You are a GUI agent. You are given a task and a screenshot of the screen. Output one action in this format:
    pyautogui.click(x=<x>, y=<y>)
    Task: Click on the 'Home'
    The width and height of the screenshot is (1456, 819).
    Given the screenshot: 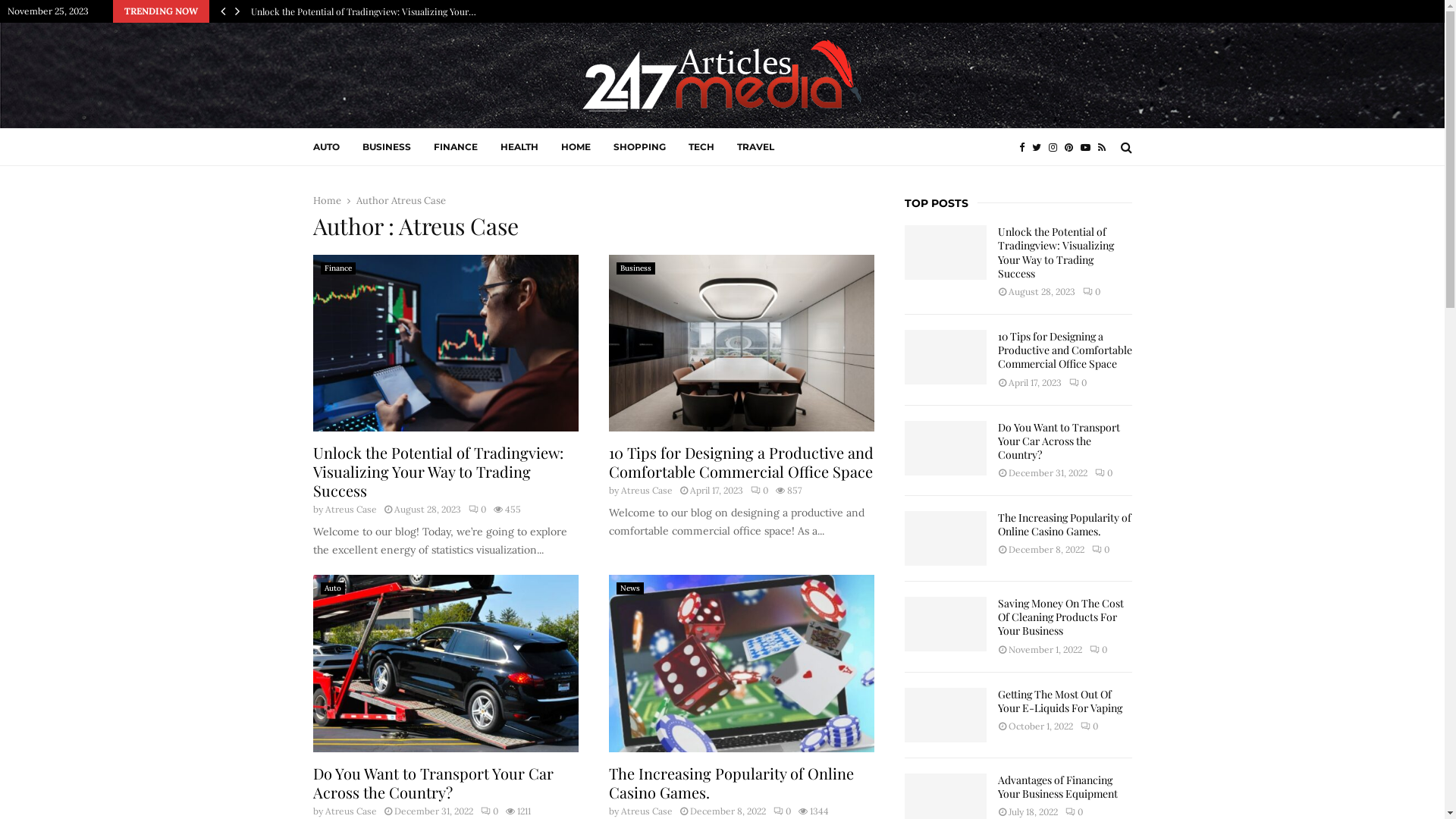 What is the action you would take?
    pyautogui.click(x=325, y=199)
    